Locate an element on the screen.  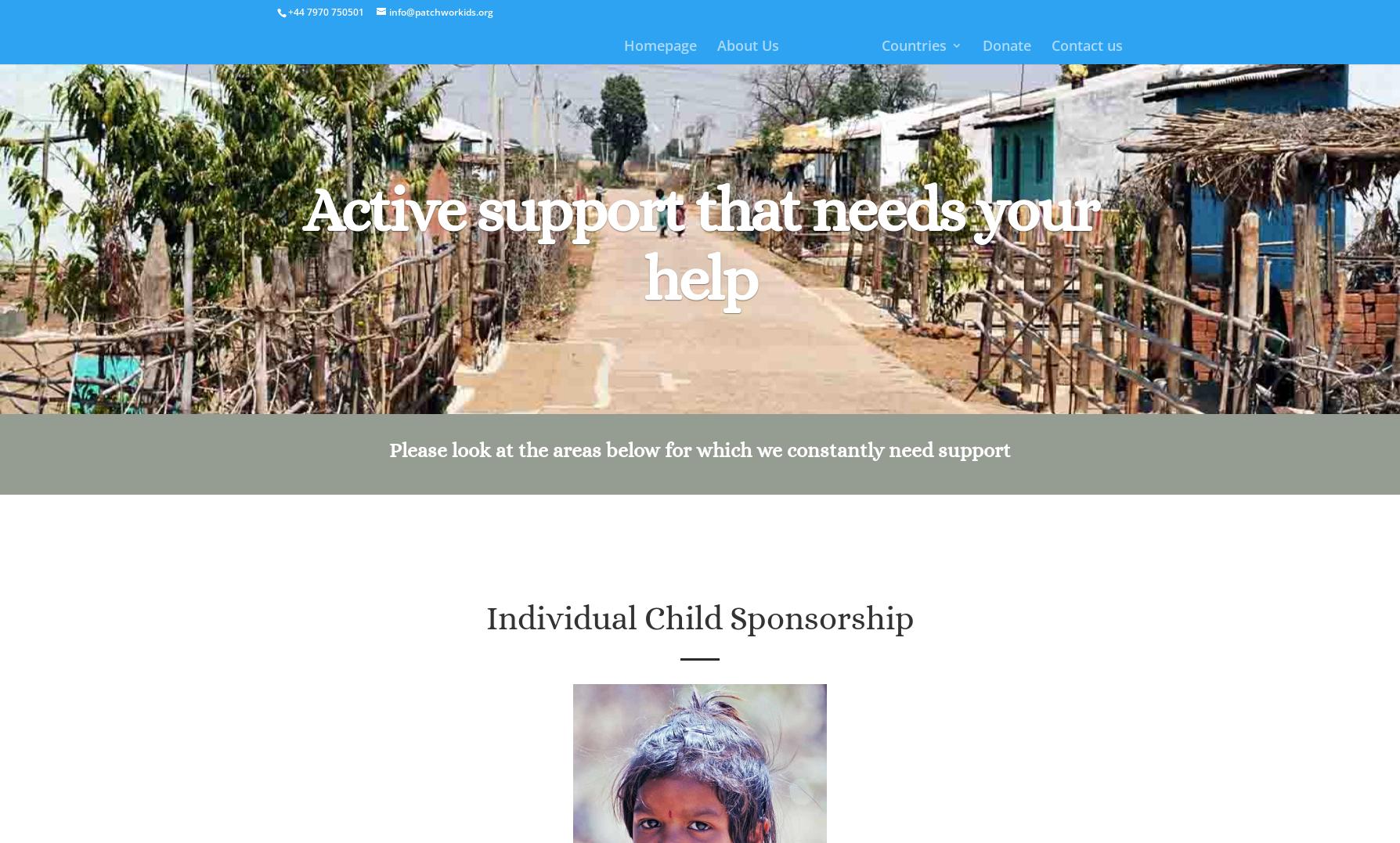
'Homepage' is located at coordinates (659, 43).